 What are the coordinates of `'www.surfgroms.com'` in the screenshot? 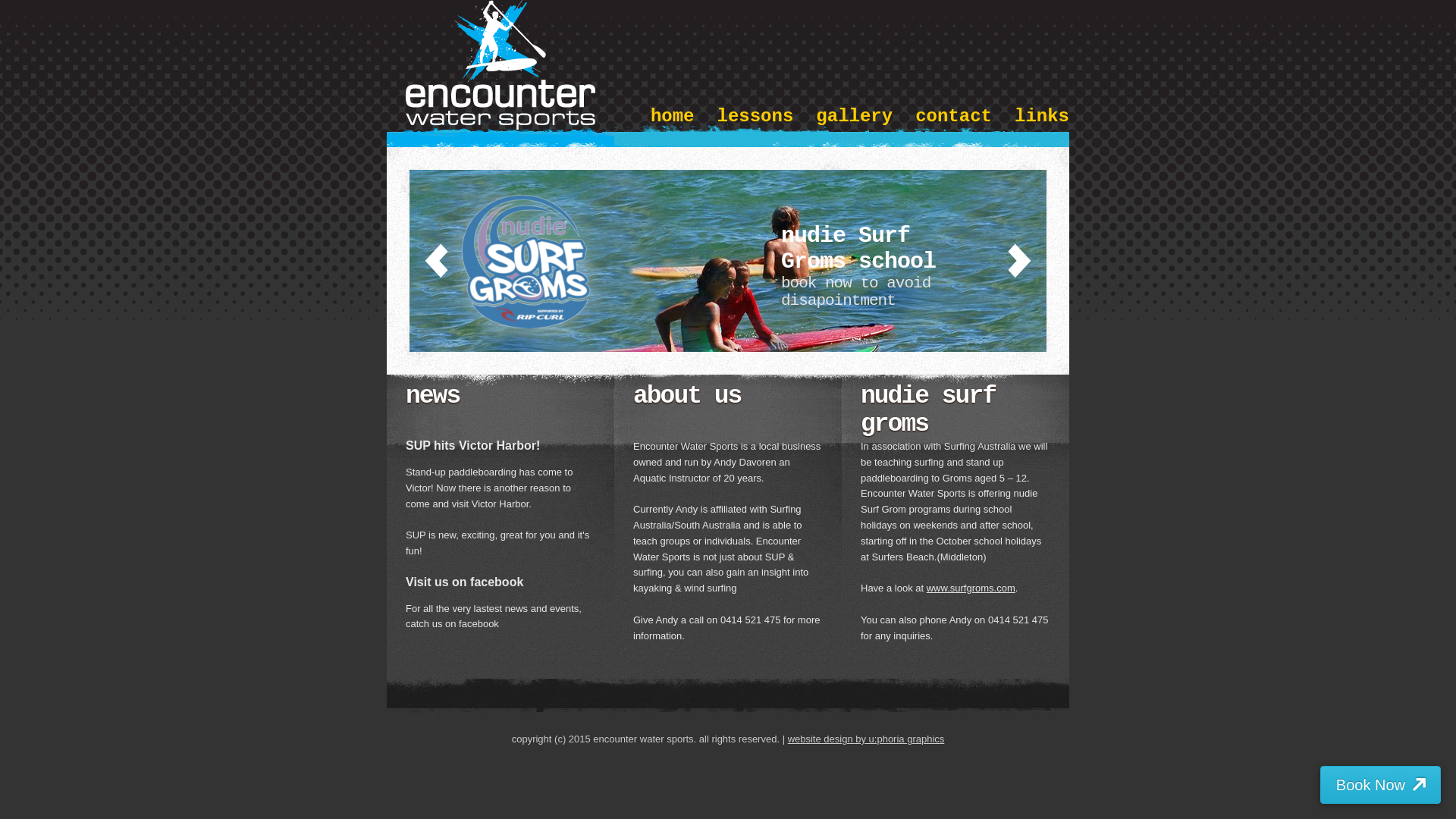 It's located at (971, 587).